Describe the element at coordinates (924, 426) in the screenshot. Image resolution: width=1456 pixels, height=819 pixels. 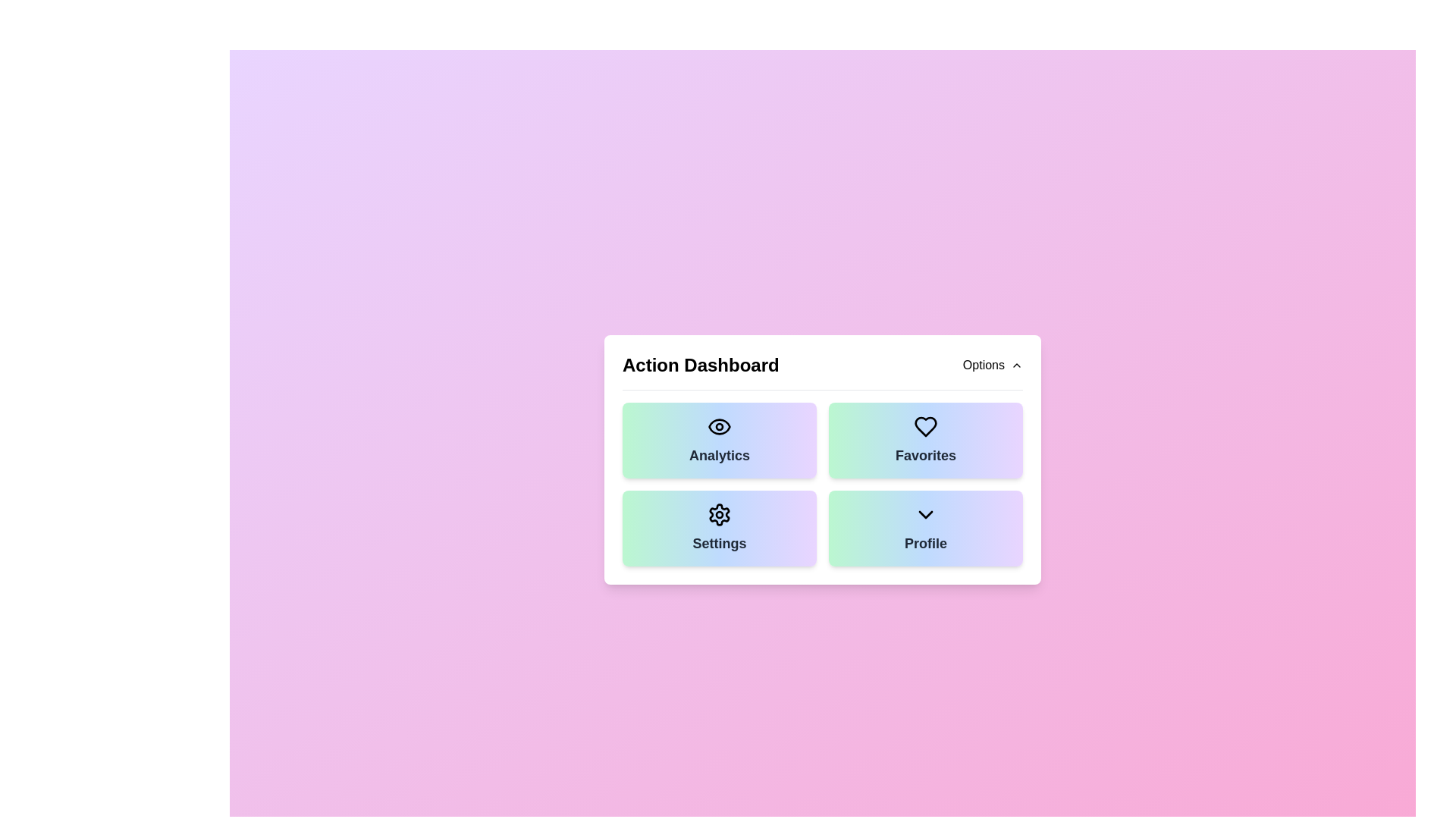
I see `the heart icon representing the 'Favorites' action, located in the upper-right quadrant of the 'Action Dashboard' card` at that location.